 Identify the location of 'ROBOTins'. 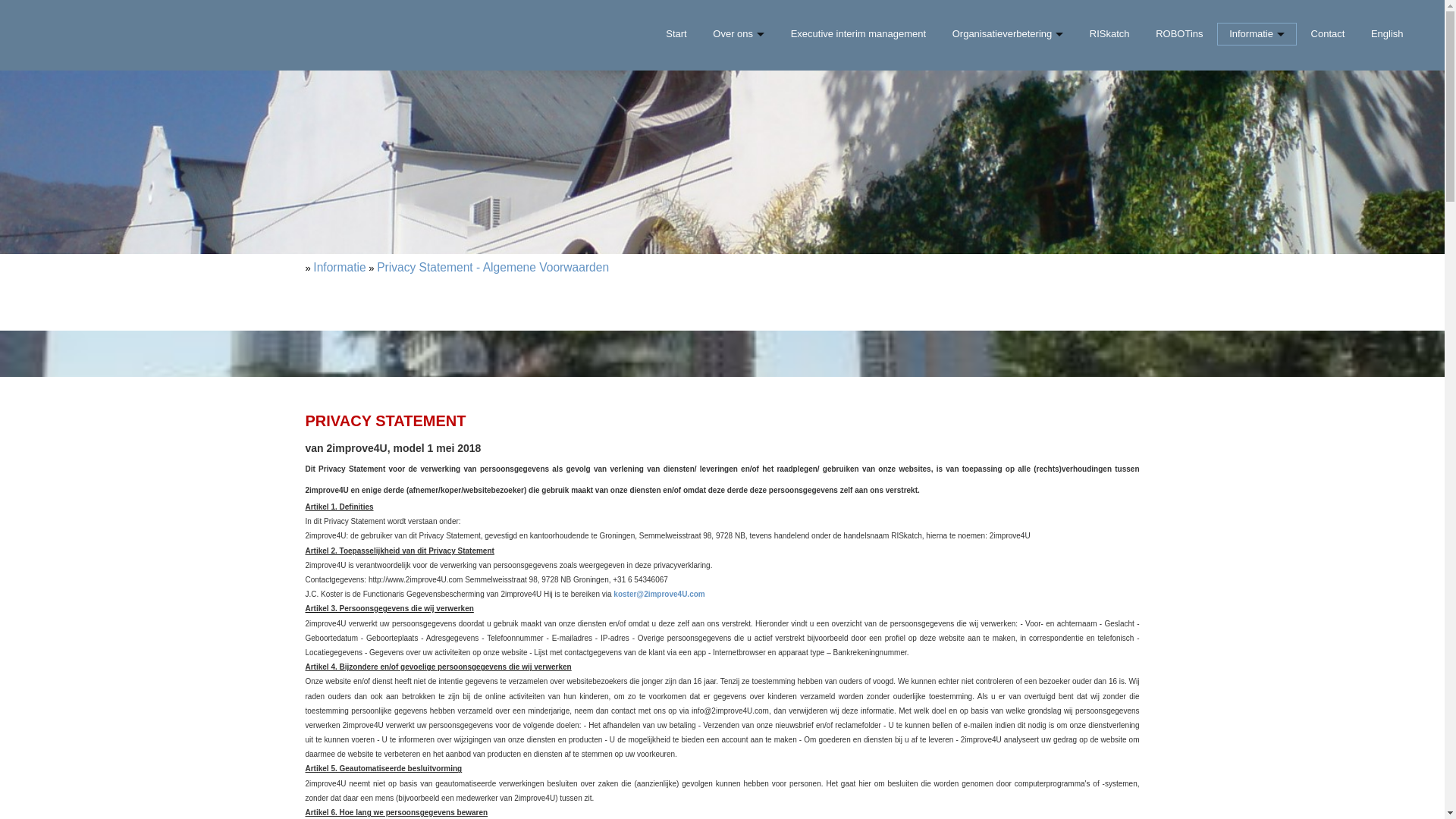
(1178, 34).